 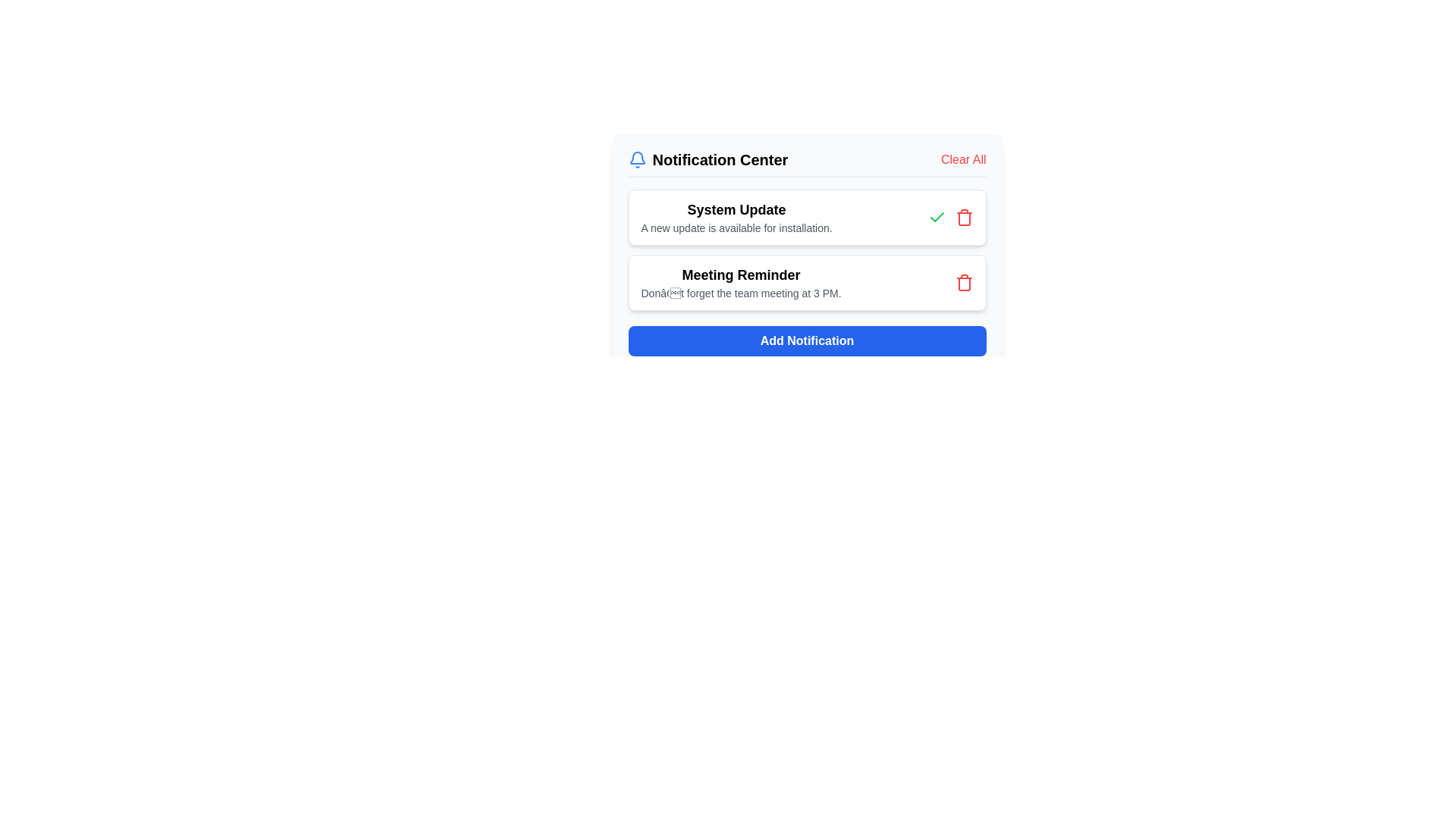 I want to click on the Interactive icon group located in the upper right corner of the 'System Update' notification, so click(x=949, y=217).